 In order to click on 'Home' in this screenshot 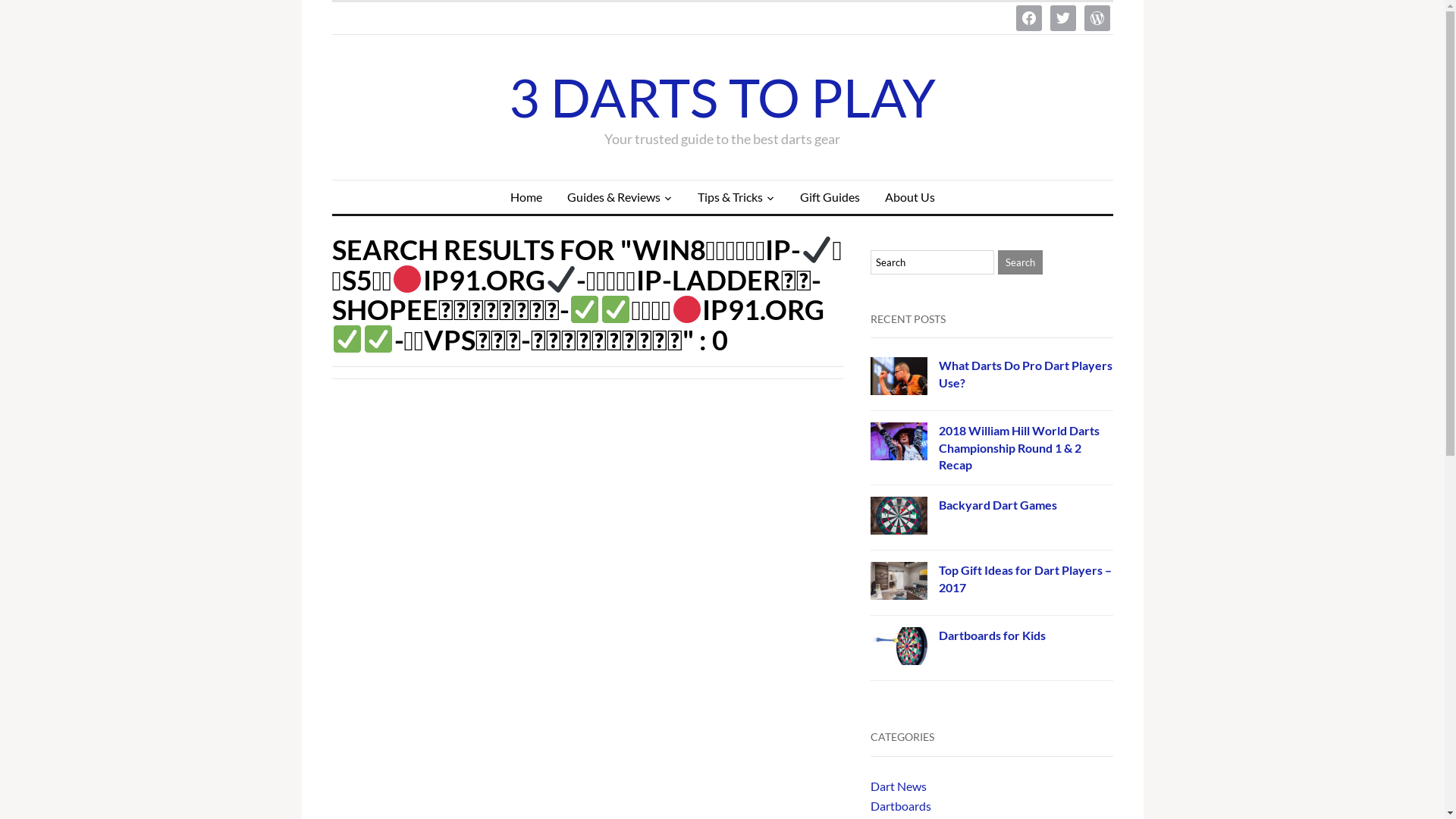, I will do `click(498, 196)`.